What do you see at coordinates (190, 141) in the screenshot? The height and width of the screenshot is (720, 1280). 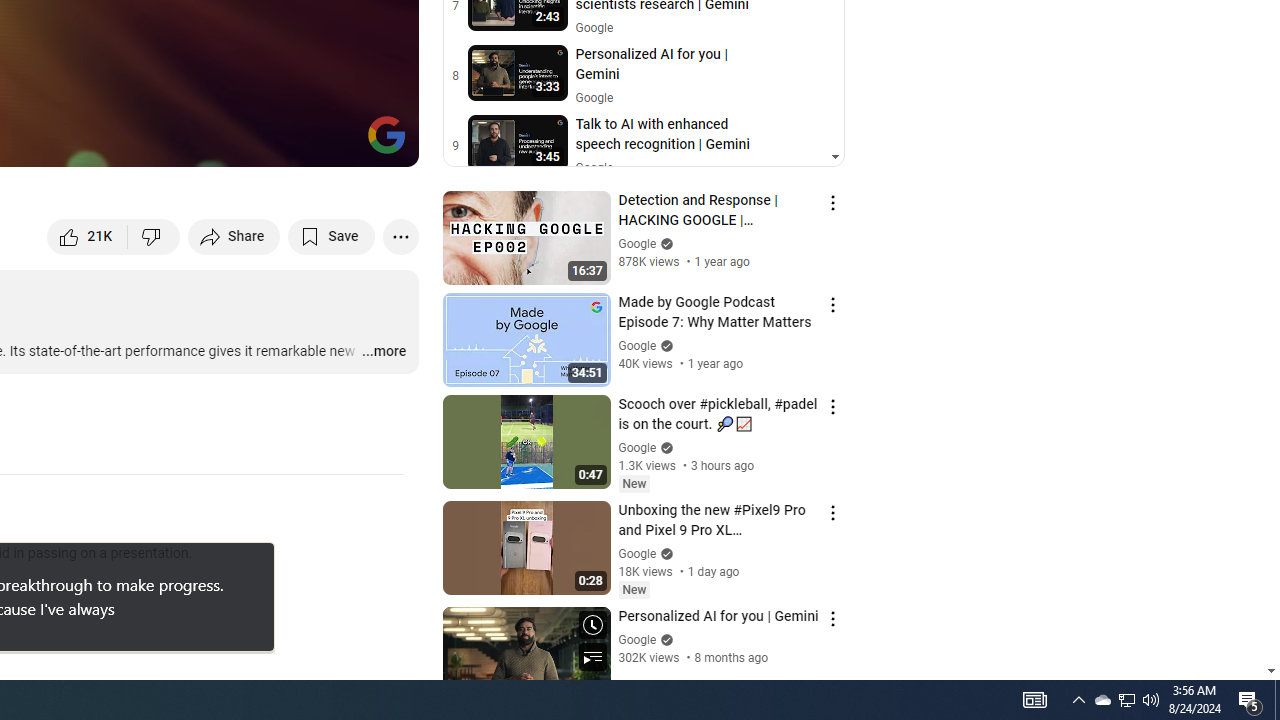 I see `'Subtitles/closed captions unavailable'` at bounding box center [190, 141].